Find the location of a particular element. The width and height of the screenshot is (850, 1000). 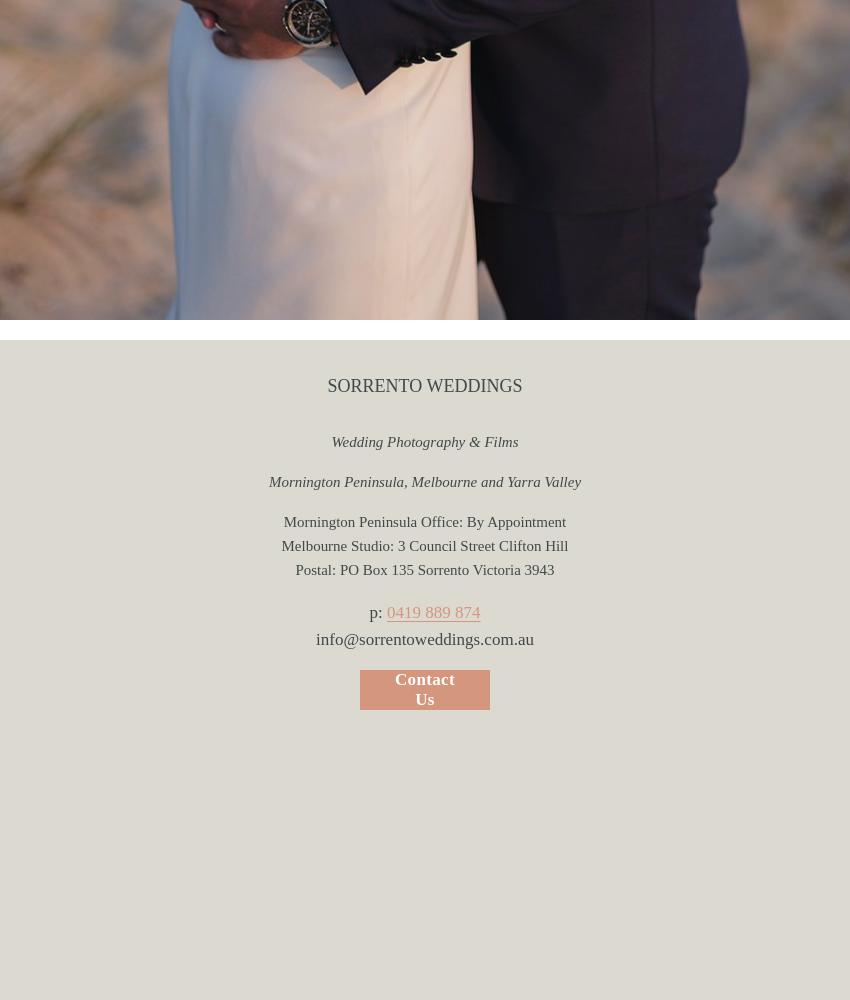

'p:' is located at coordinates (367, 610).